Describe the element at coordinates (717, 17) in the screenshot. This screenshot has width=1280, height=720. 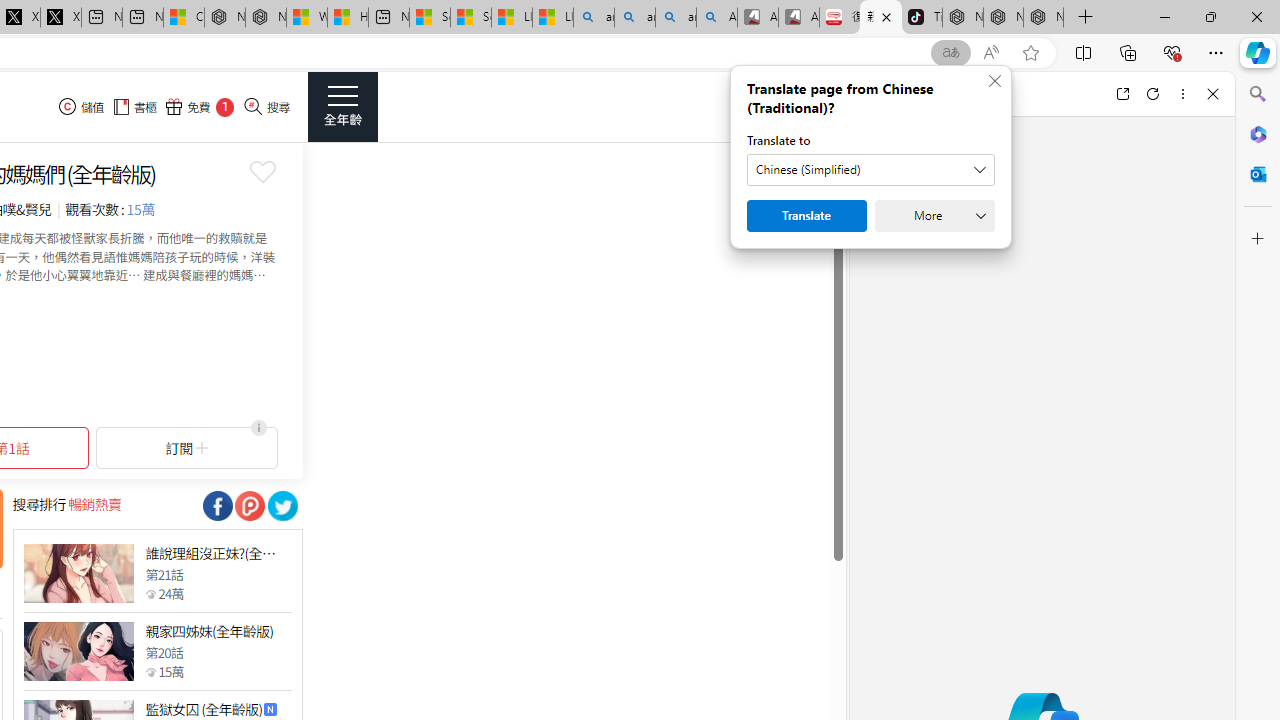
I see `'Amazon Echo Robot - Search Images'` at that location.